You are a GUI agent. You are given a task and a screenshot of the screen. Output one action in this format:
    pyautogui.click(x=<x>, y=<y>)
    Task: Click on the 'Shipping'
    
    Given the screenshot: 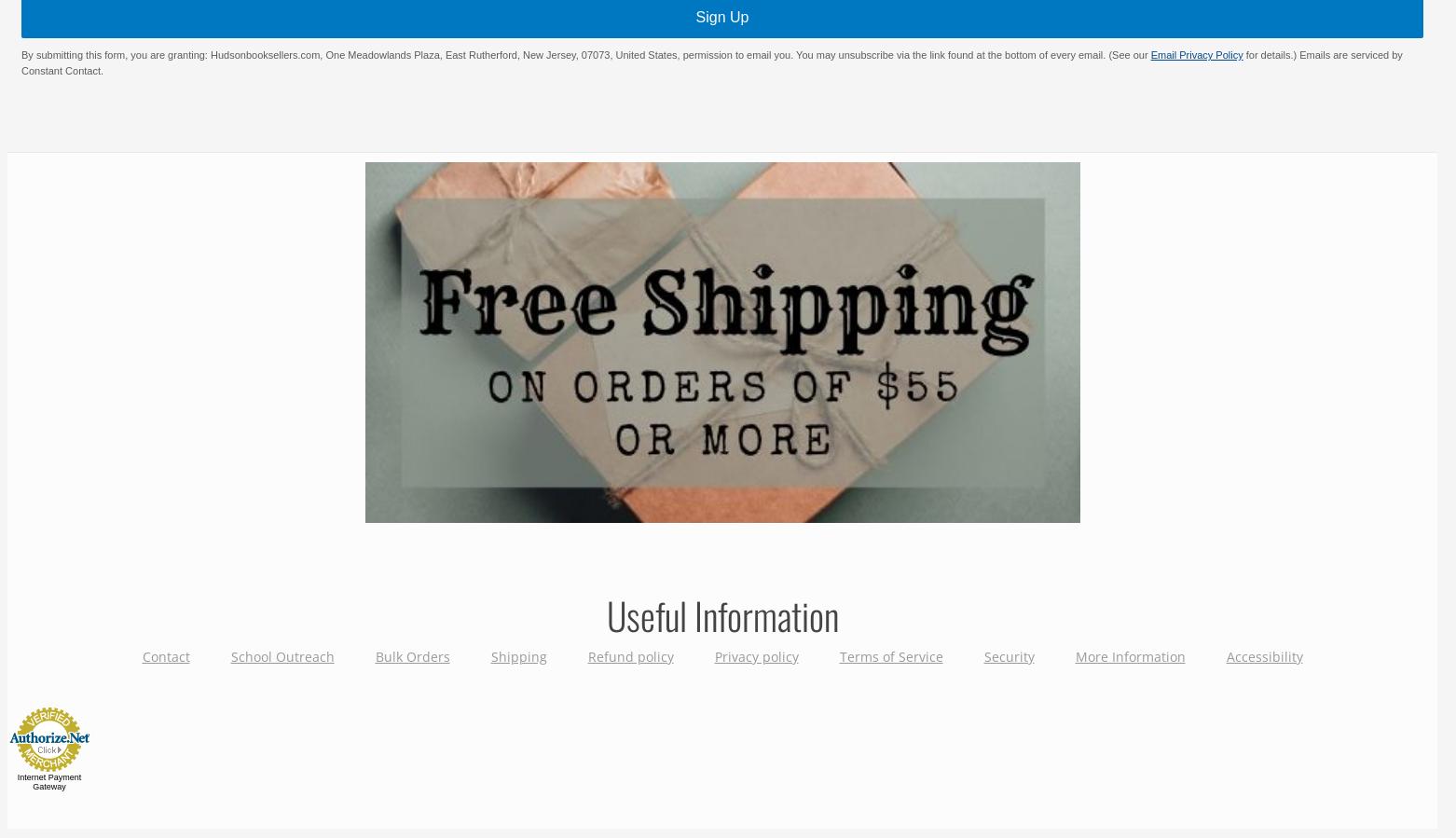 What is the action you would take?
    pyautogui.click(x=518, y=654)
    